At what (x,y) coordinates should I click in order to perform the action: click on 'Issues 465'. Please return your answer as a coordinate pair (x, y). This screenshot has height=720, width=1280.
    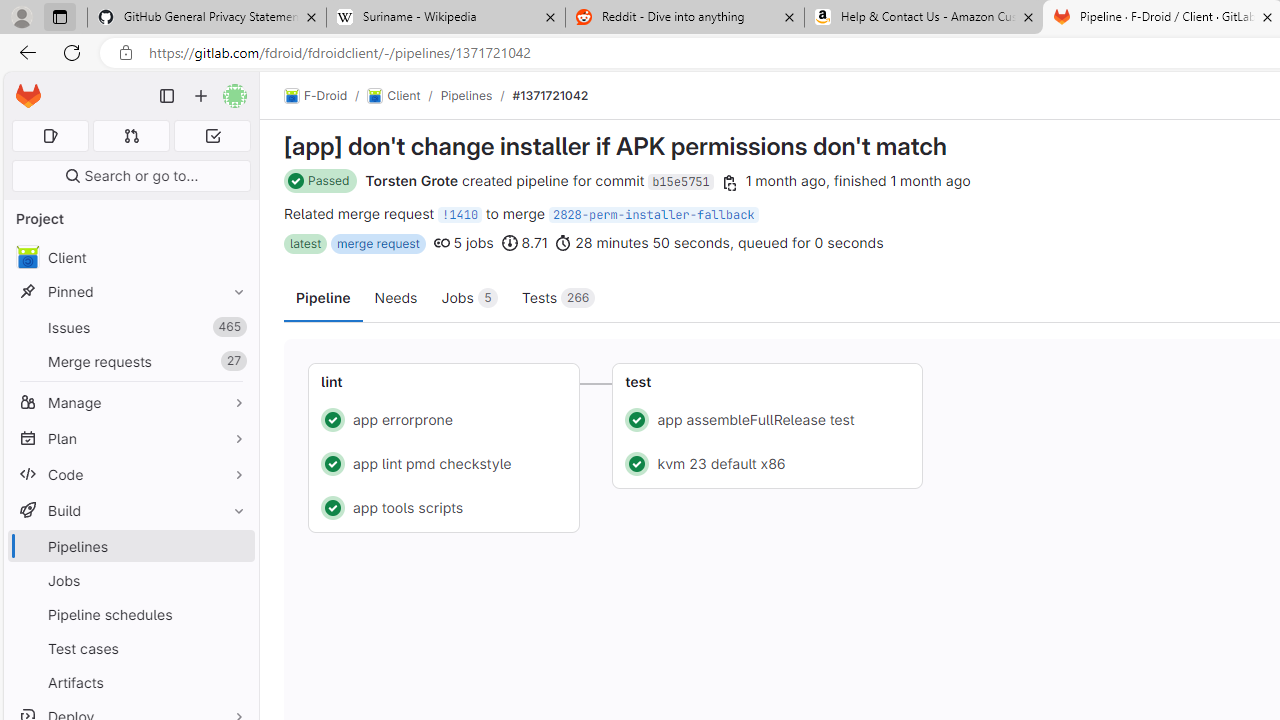
    Looking at the image, I should click on (130, 326).